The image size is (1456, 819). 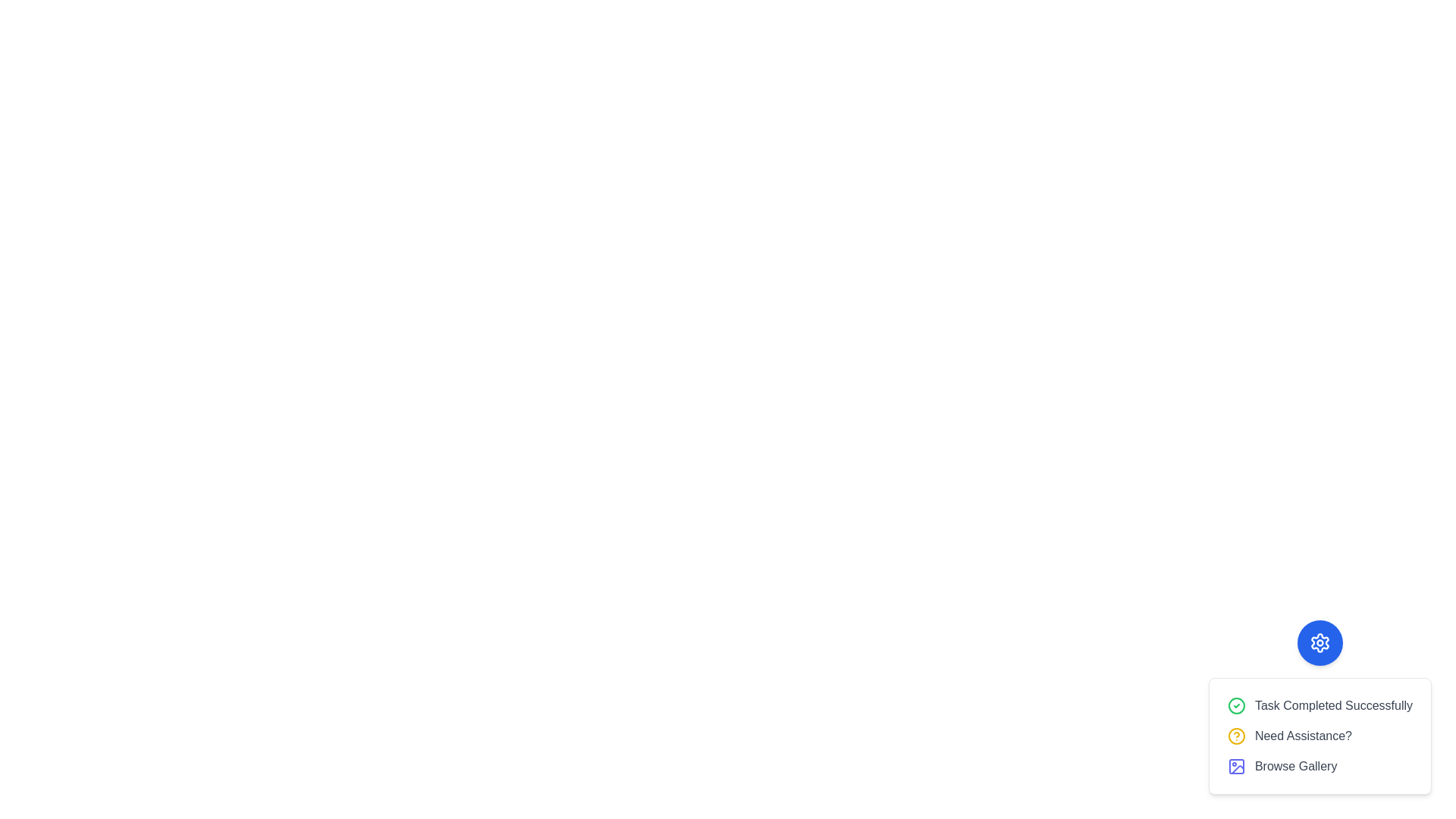 What do you see at coordinates (1236, 736) in the screenshot?
I see `the circular icon with a yellow outline and a question mark symbol, located to the left of the text 'Need Assistance?'` at bounding box center [1236, 736].